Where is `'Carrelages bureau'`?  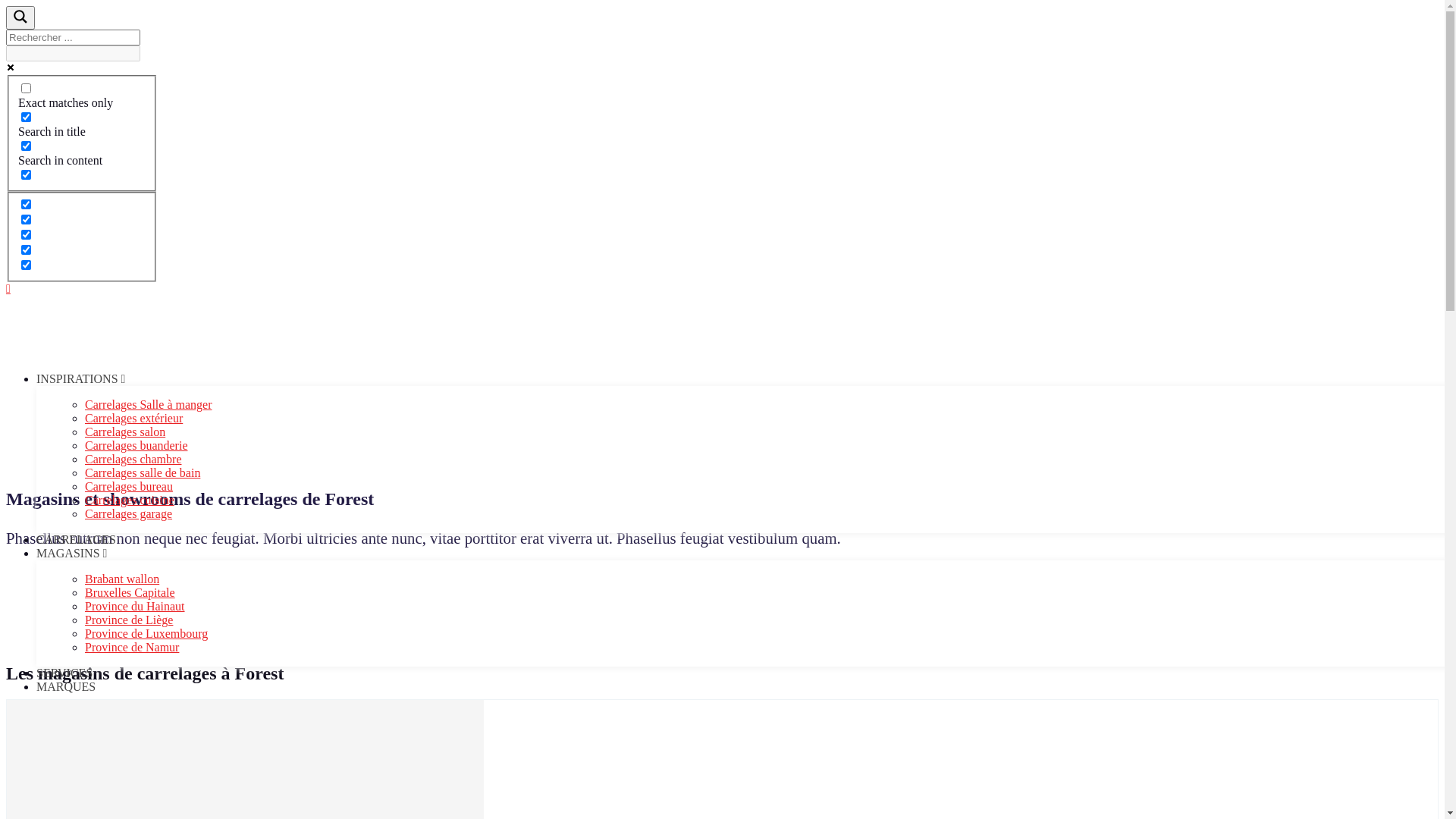
'Carrelages bureau' is located at coordinates (128, 486).